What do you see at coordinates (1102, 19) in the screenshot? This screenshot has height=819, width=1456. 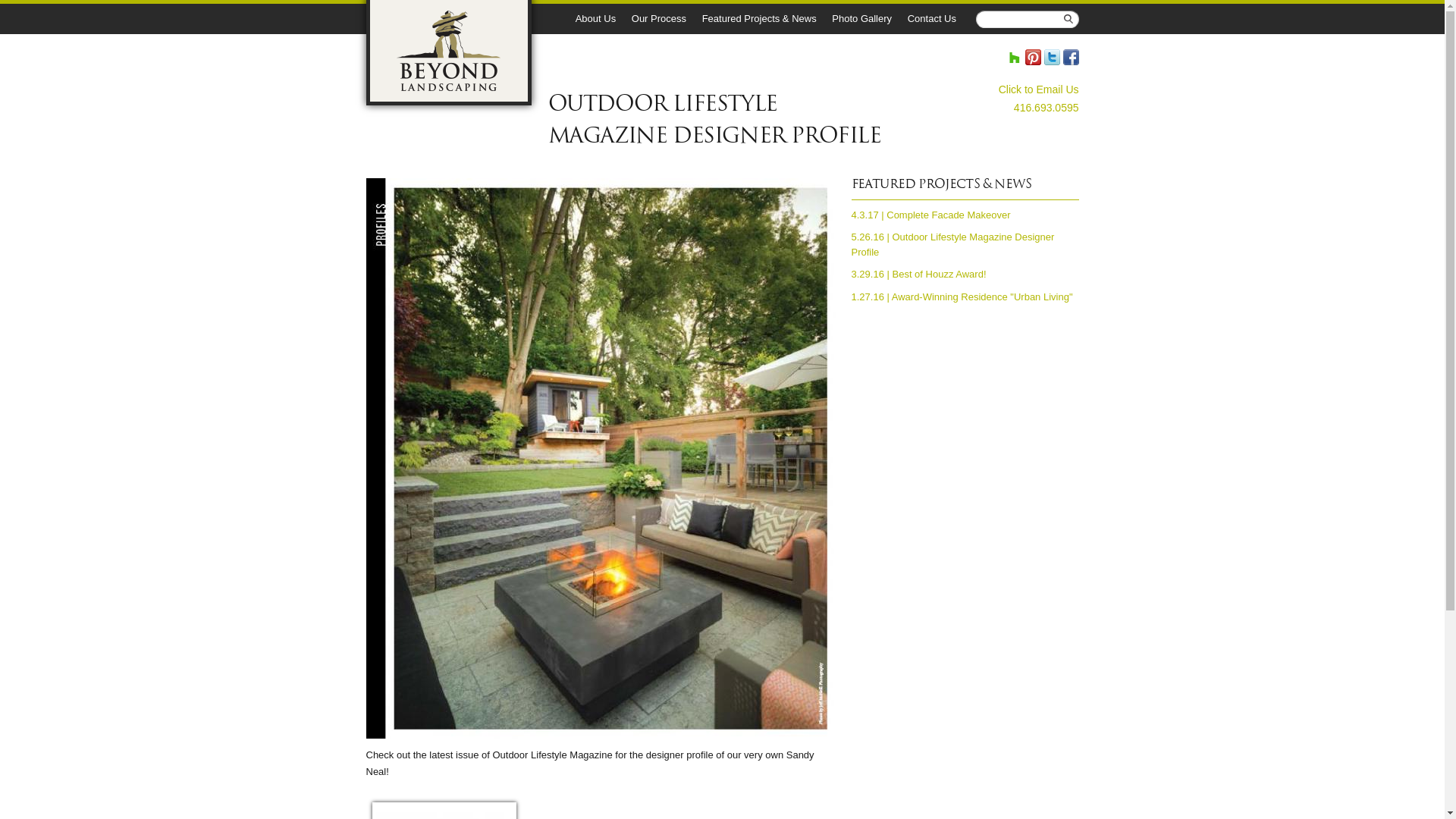 I see `'Search'` at bounding box center [1102, 19].